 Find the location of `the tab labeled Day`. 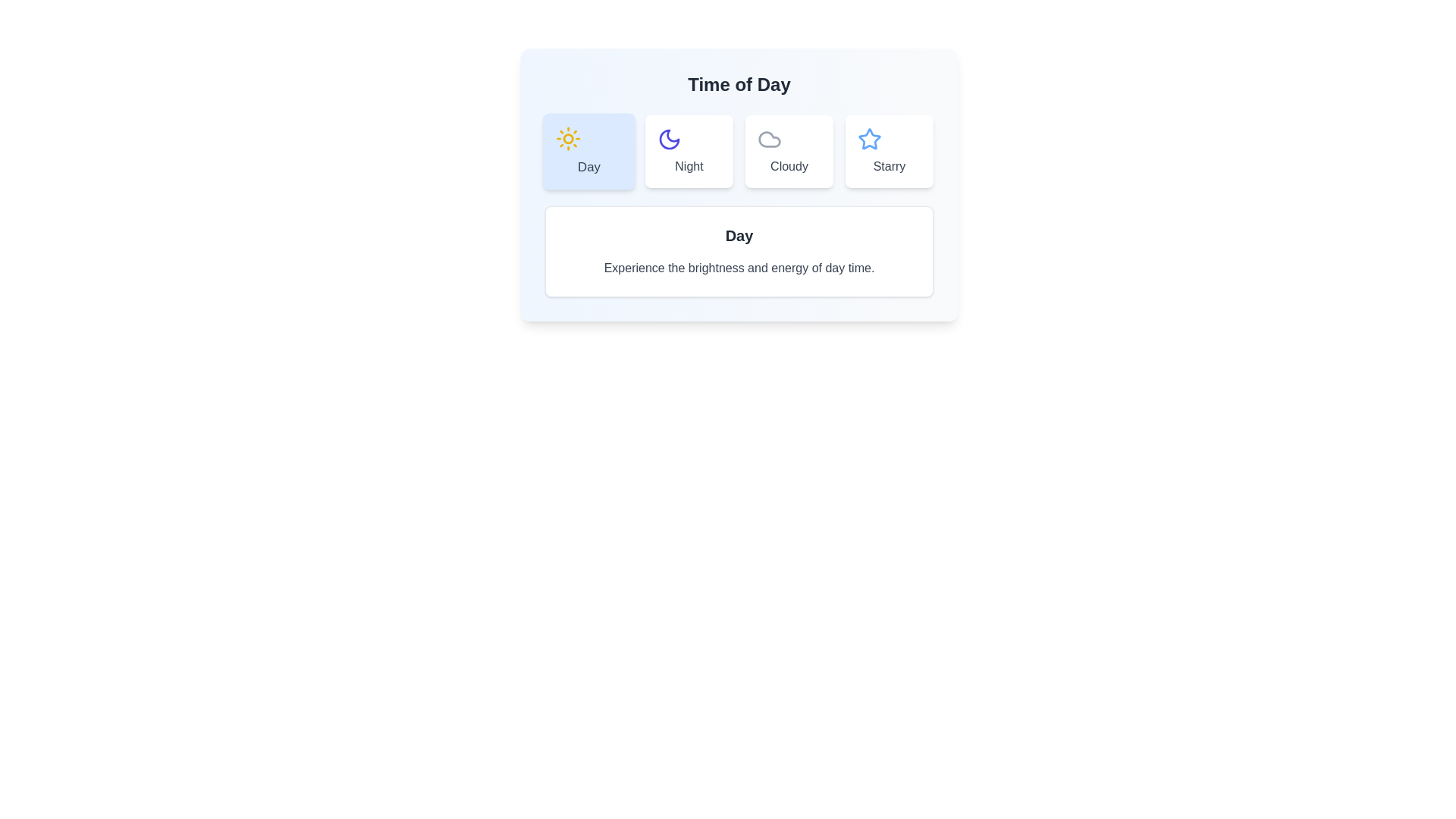

the tab labeled Day is located at coordinates (588, 152).